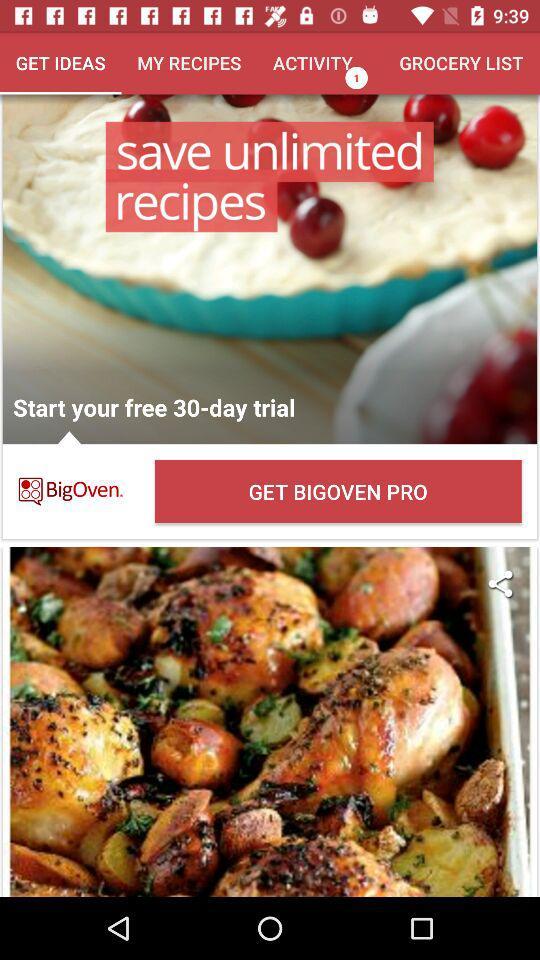  What do you see at coordinates (499, 583) in the screenshot?
I see `the icon below get bigoven pro item` at bounding box center [499, 583].